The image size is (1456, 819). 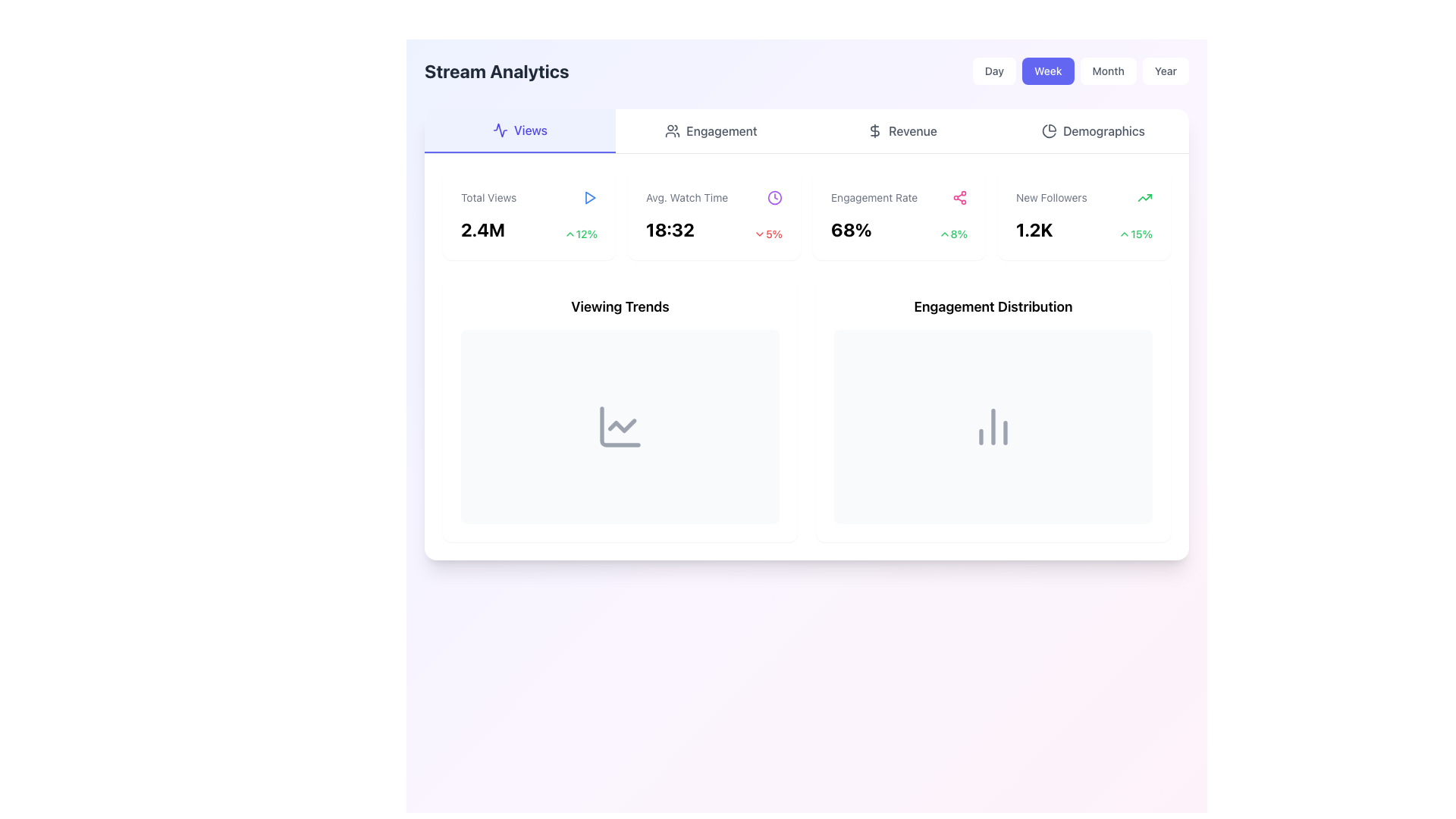 I want to click on the 'Revenue' tab button, which is the third tab, so click(x=902, y=130).